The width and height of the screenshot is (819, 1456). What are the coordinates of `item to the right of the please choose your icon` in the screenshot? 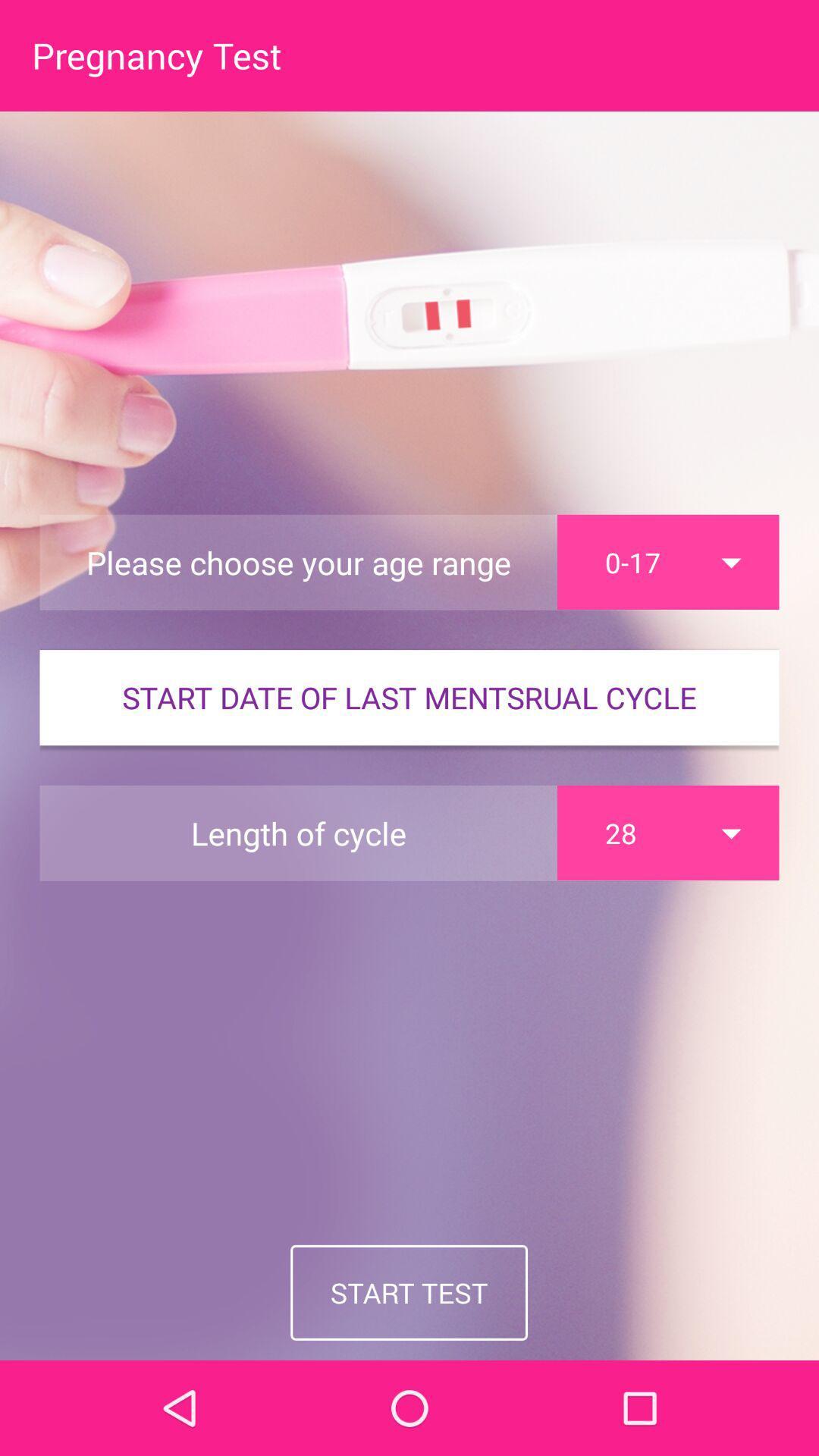 It's located at (667, 561).